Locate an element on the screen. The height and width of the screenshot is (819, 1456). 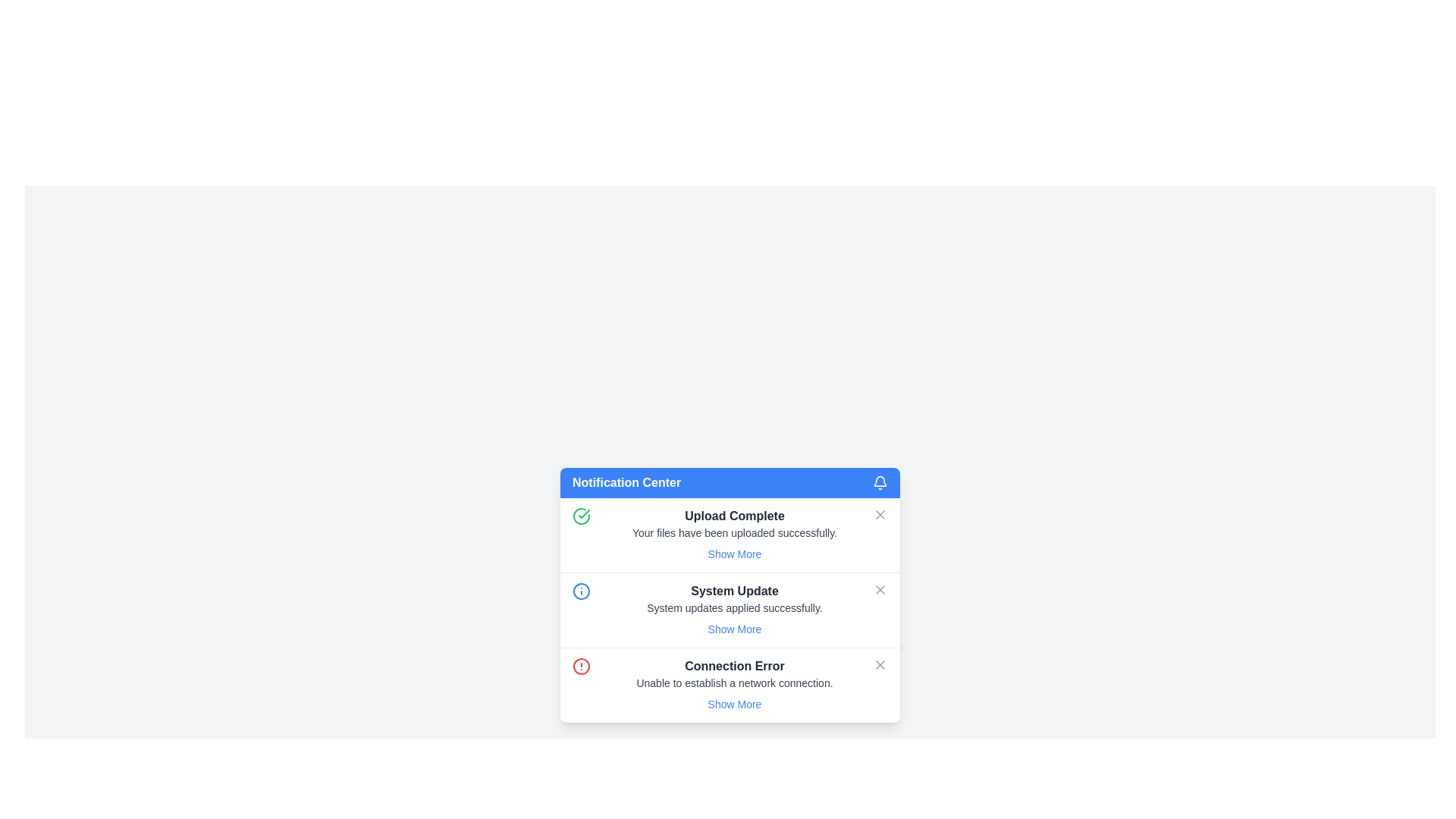
the first notification card in the Notification Center is located at coordinates (730, 534).